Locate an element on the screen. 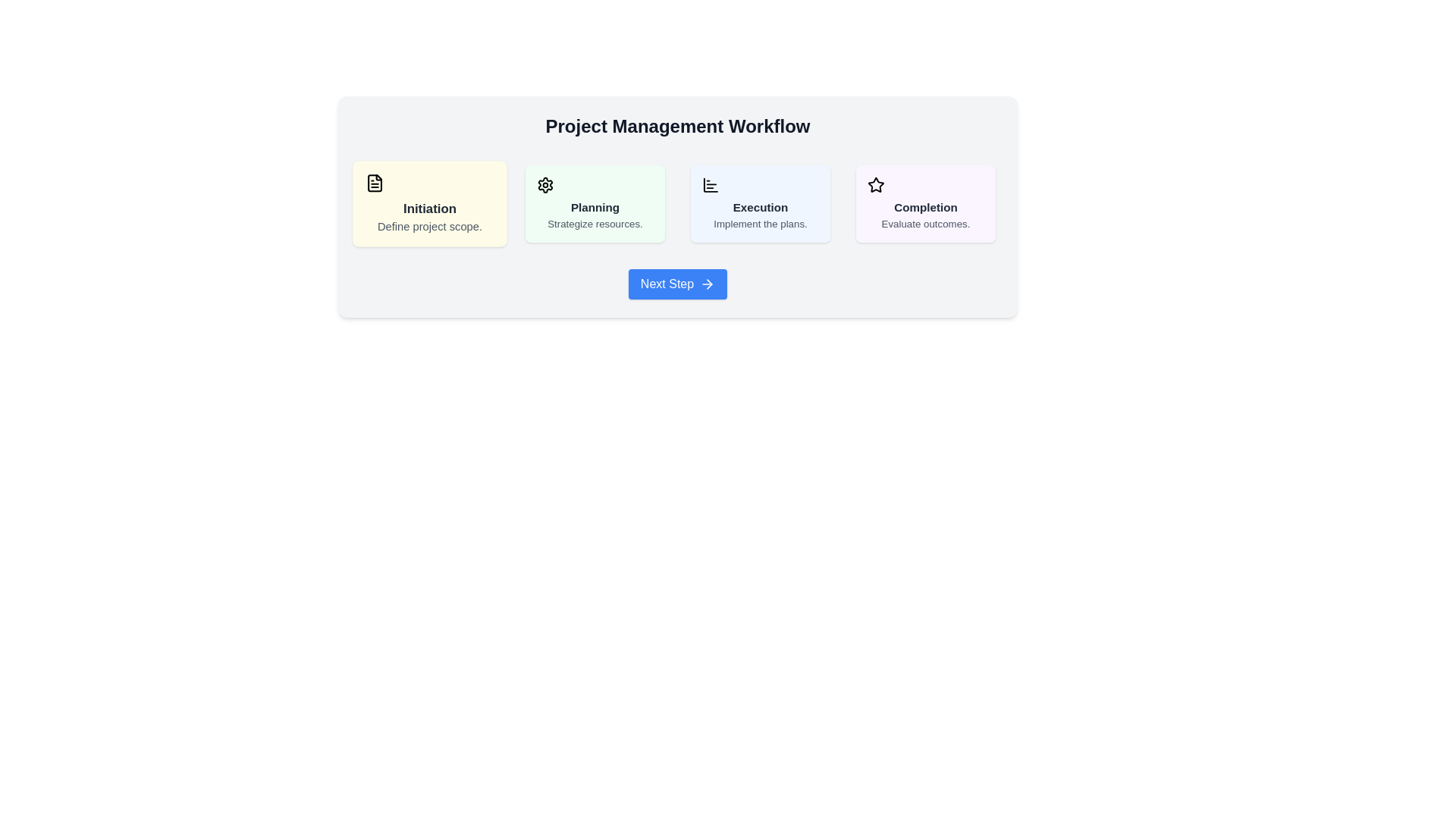 The image size is (1456, 819). the 'Initiation' icon located in the top left area of the 'Initiation' card is located at coordinates (375, 182).